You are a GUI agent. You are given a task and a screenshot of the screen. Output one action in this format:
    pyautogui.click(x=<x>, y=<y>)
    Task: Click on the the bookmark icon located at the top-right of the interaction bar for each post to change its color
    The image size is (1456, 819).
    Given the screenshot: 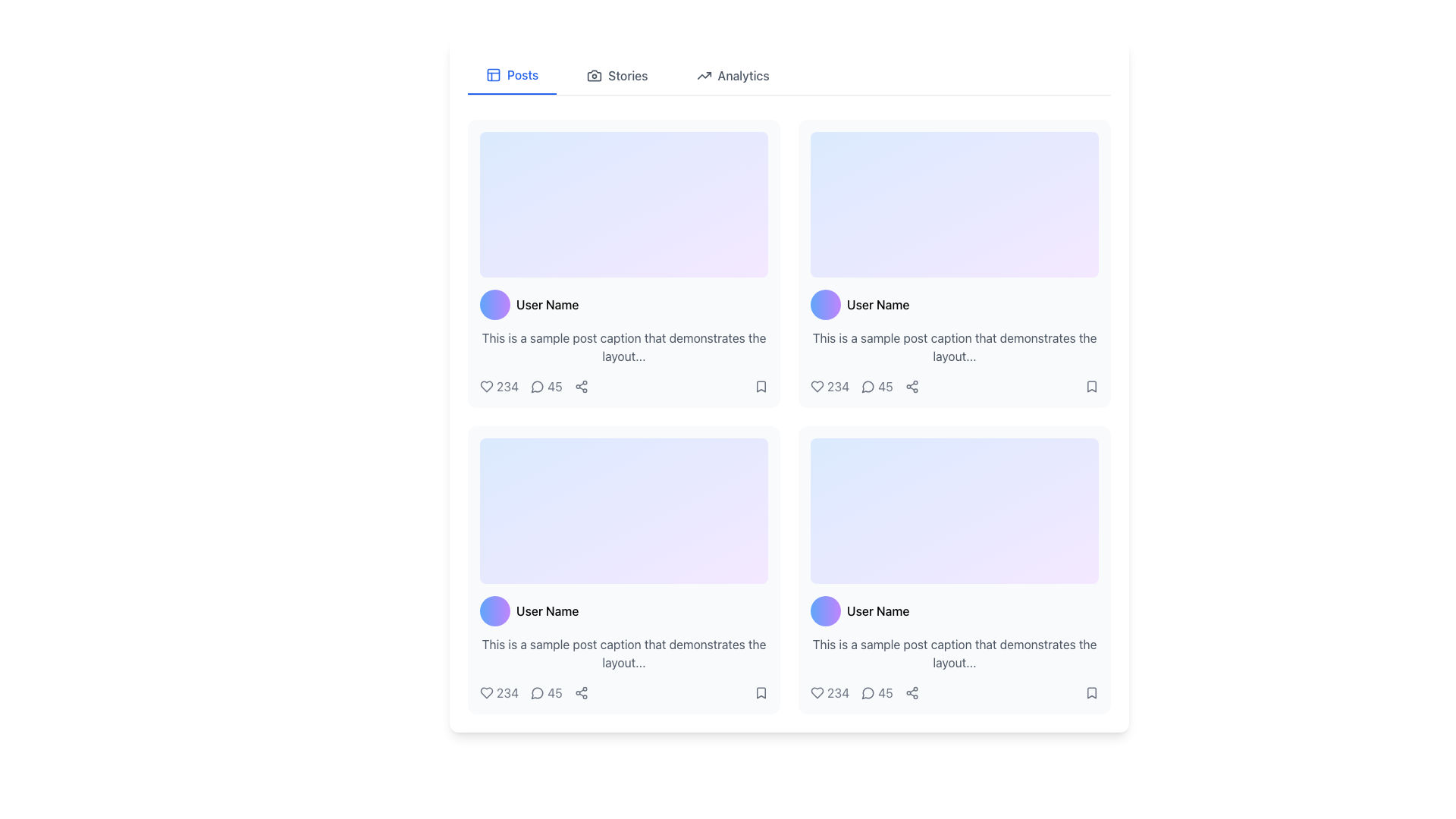 What is the action you would take?
    pyautogui.click(x=761, y=385)
    